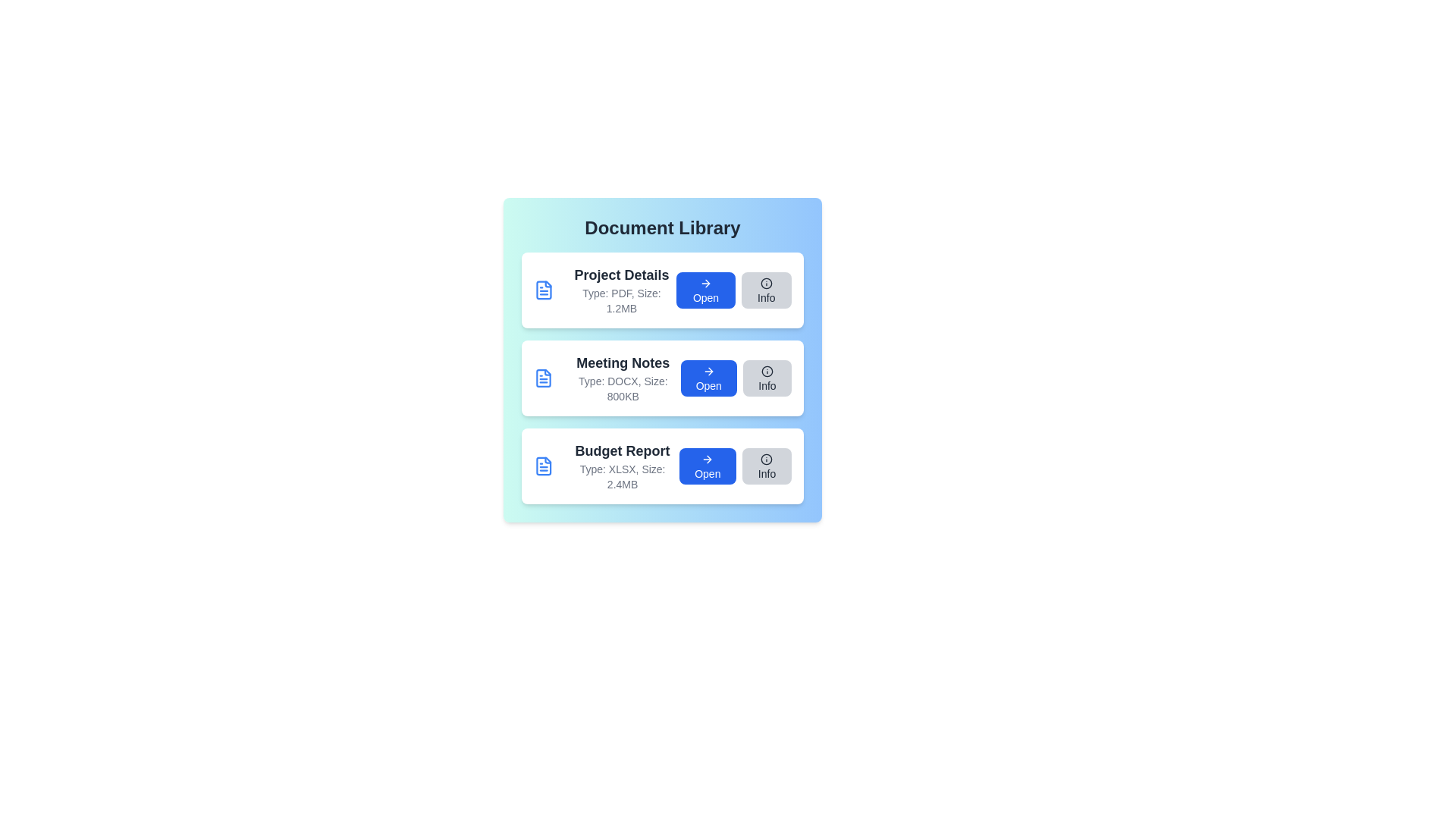 This screenshot has width=1456, height=819. What do you see at coordinates (766, 290) in the screenshot?
I see `the 'Info' button for the document titled 'Project Details'` at bounding box center [766, 290].